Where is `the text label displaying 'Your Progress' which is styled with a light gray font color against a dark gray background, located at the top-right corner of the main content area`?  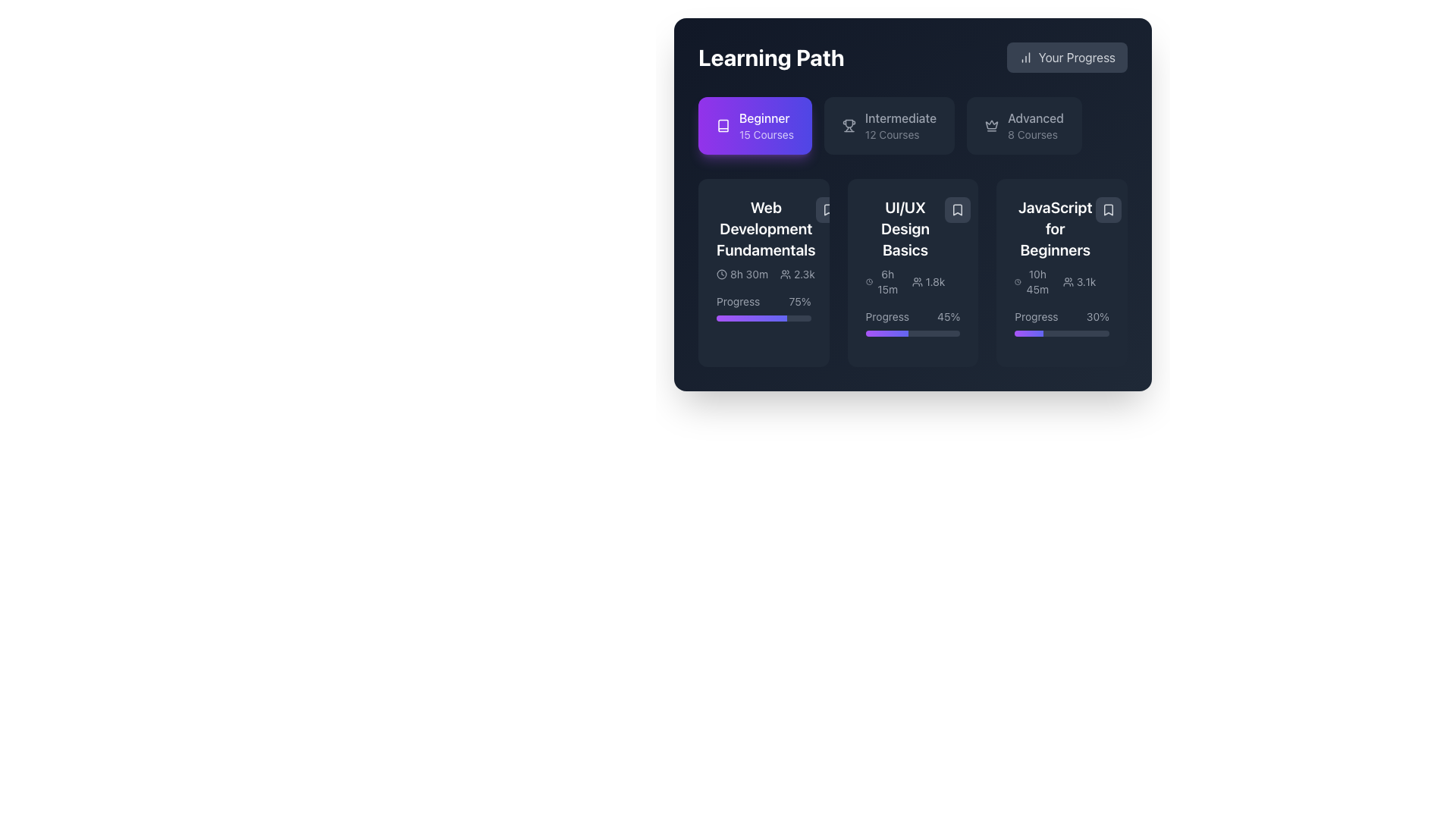
the text label displaying 'Your Progress' which is styled with a light gray font color against a dark gray background, located at the top-right corner of the main content area is located at coordinates (1076, 57).